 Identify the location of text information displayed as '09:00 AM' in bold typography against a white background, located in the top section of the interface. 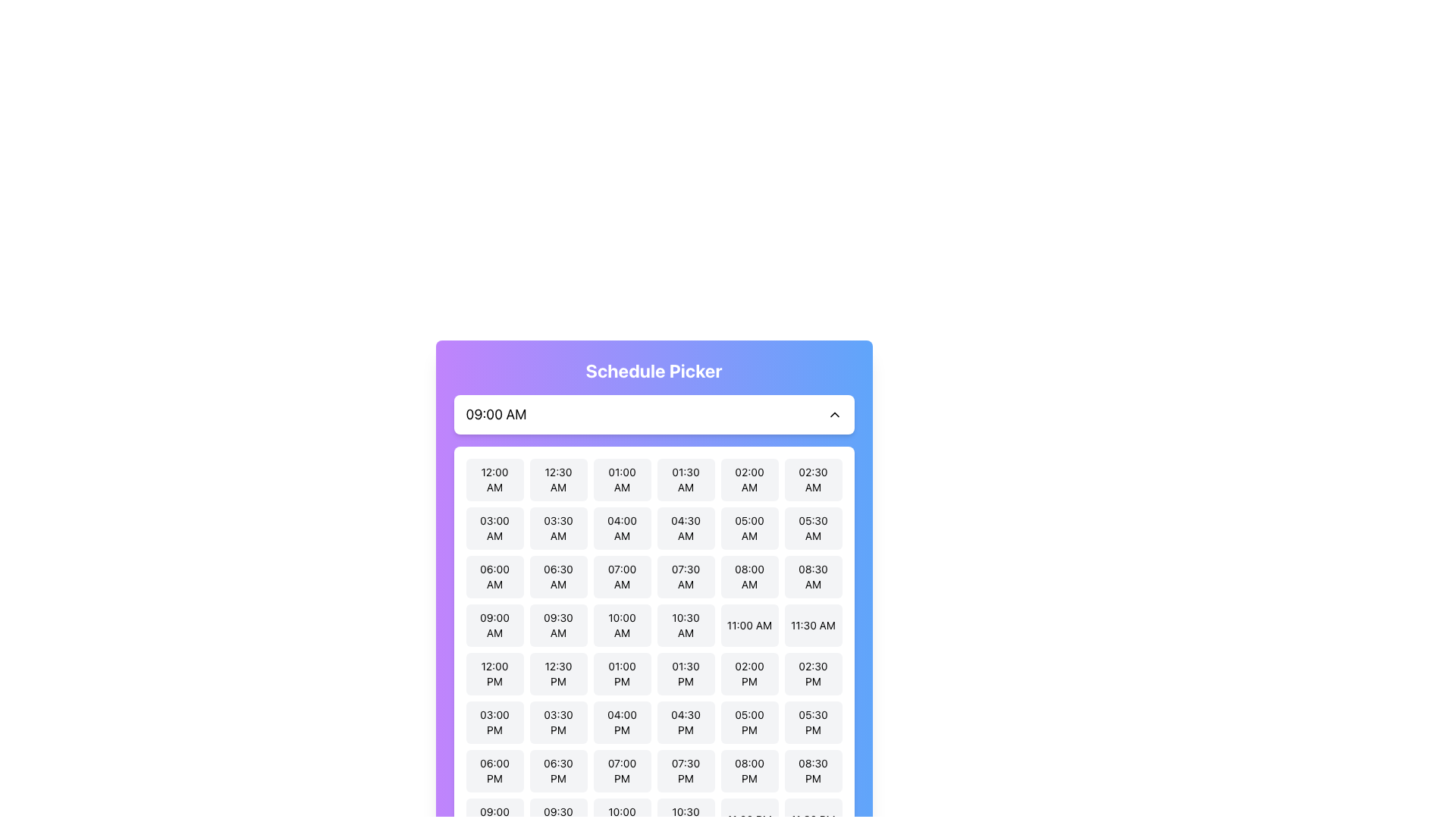
(496, 415).